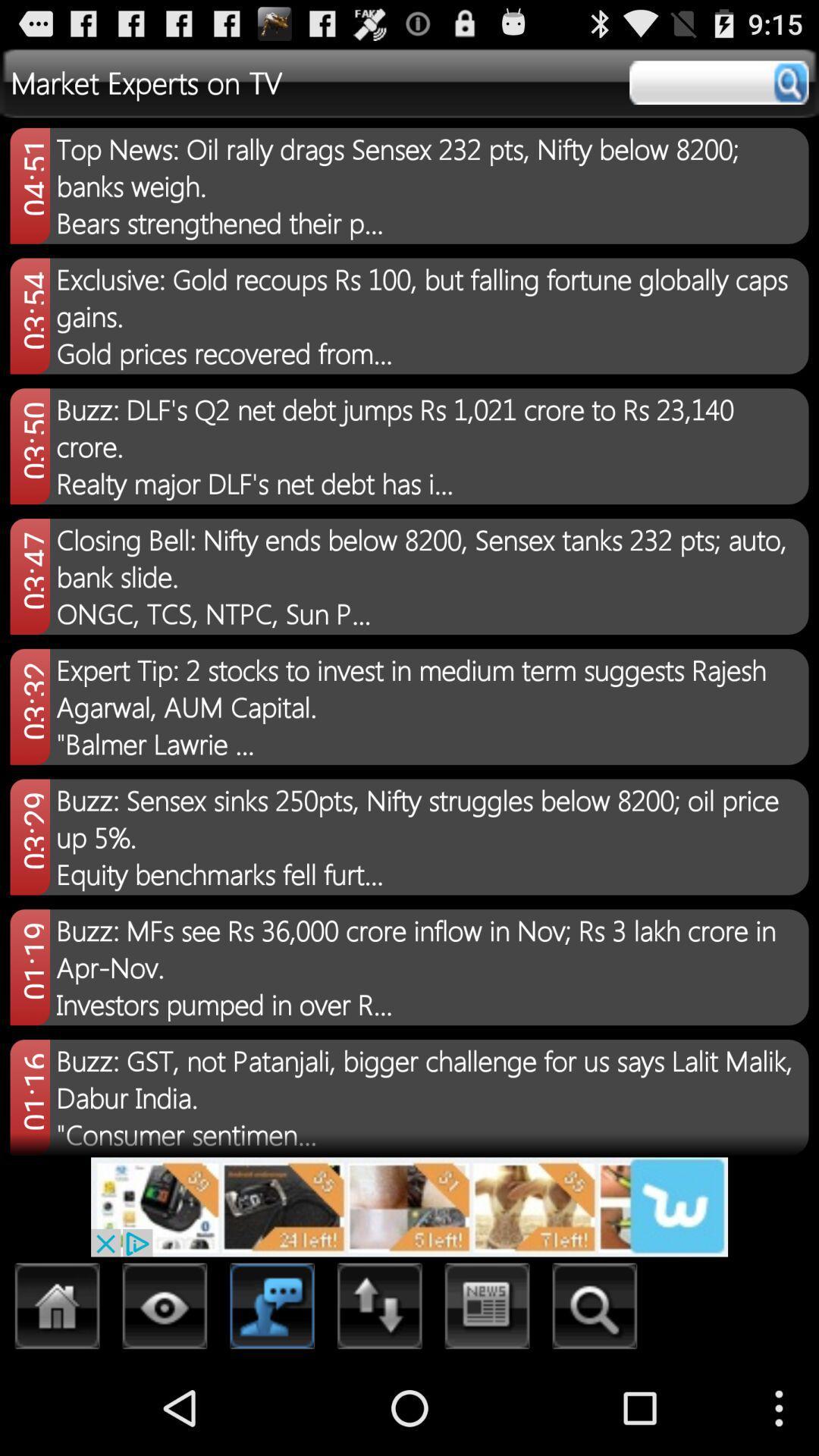 The height and width of the screenshot is (1456, 819). I want to click on opens the news, so click(488, 1310).